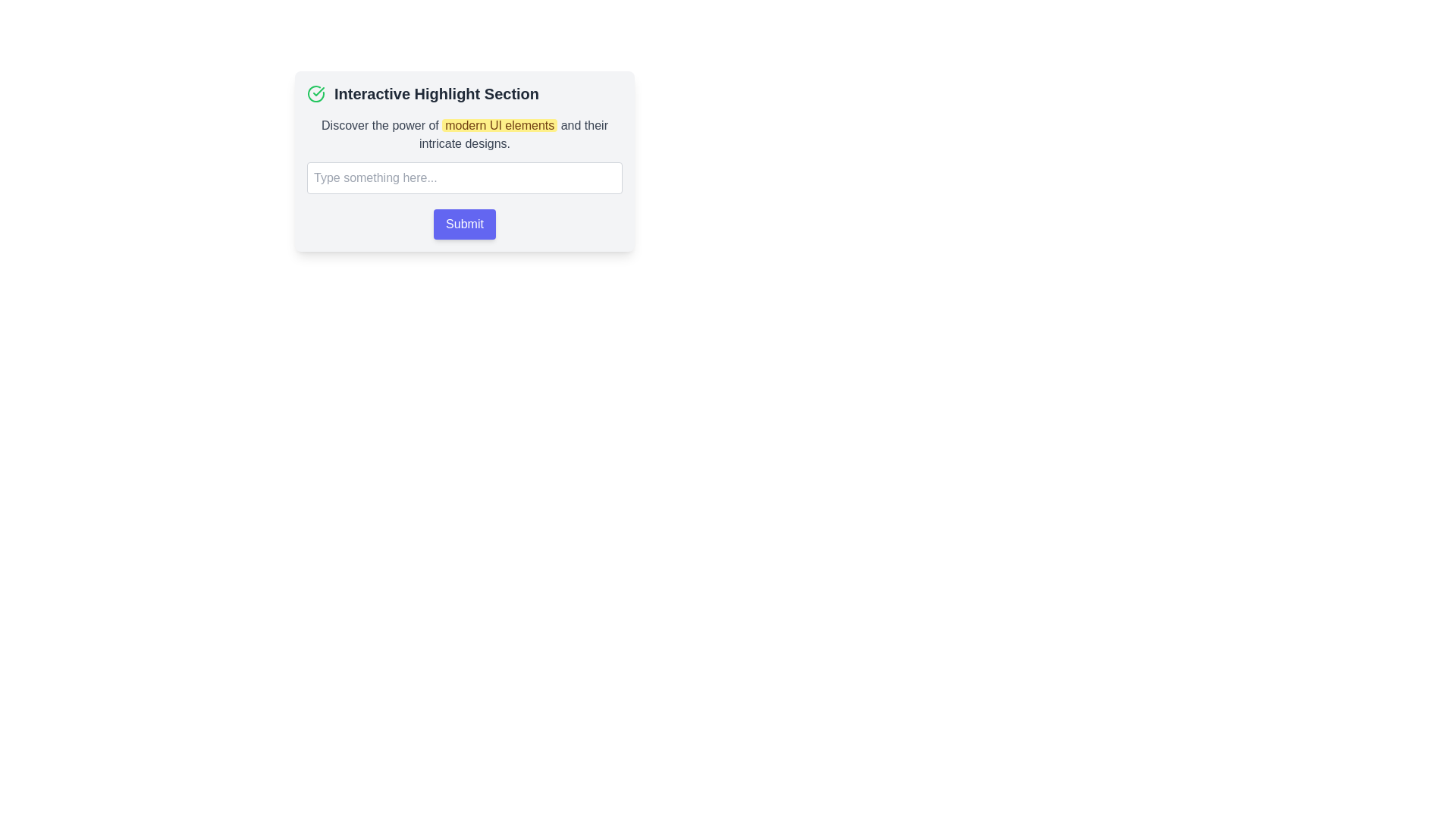 The width and height of the screenshot is (1456, 819). What do you see at coordinates (315, 93) in the screenshot?
I see `the success status icon located at the top-left corner of the 'Interactive Highlight Section' card for accessibility purposes` at bounding box center [315, 93].